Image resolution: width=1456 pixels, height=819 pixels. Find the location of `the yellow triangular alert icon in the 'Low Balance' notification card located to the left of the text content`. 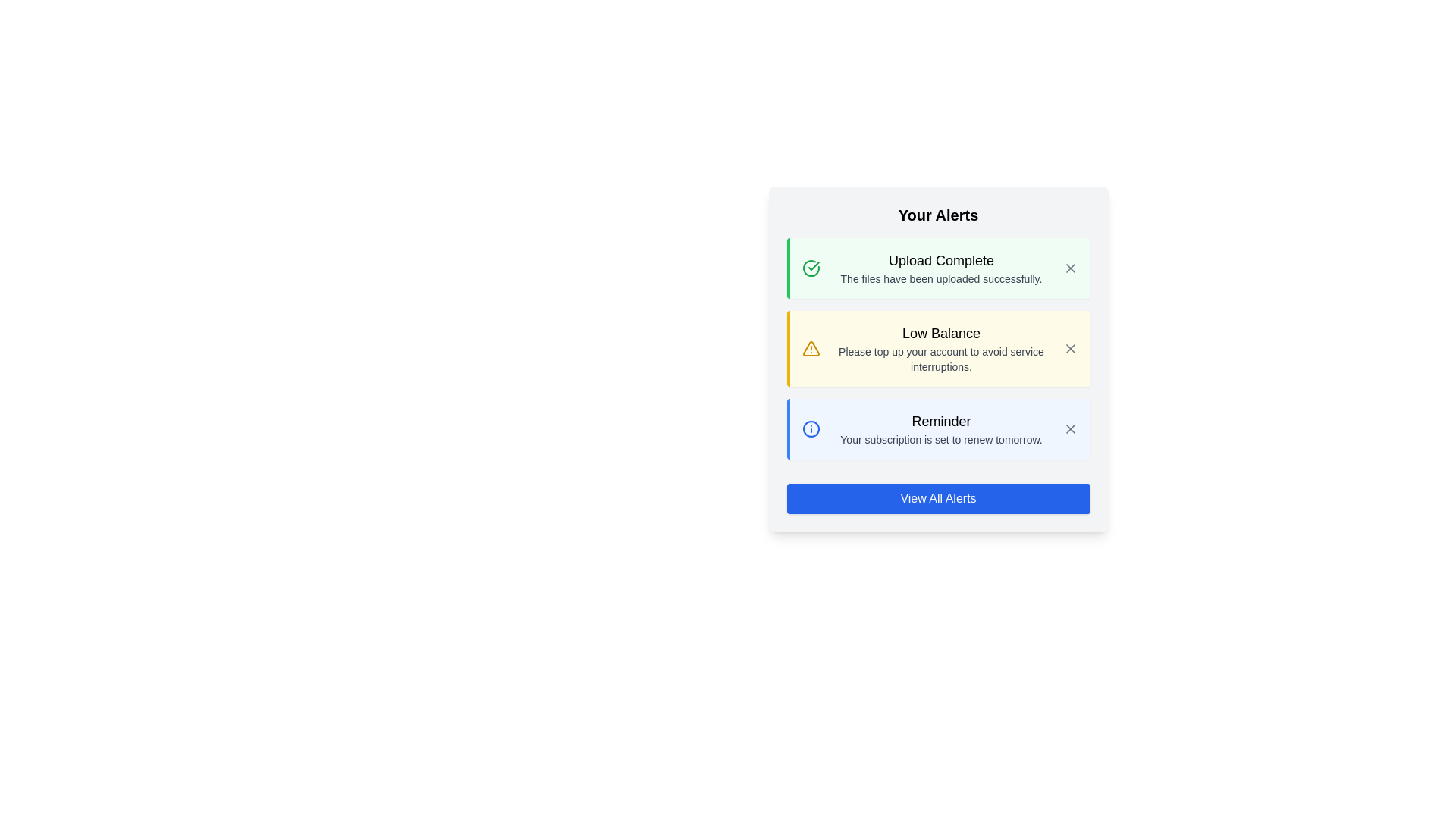

the yellow triangular alert icon in the 'Low Balance' notification card located to the left of the text content is located at coordinates (810, 348).